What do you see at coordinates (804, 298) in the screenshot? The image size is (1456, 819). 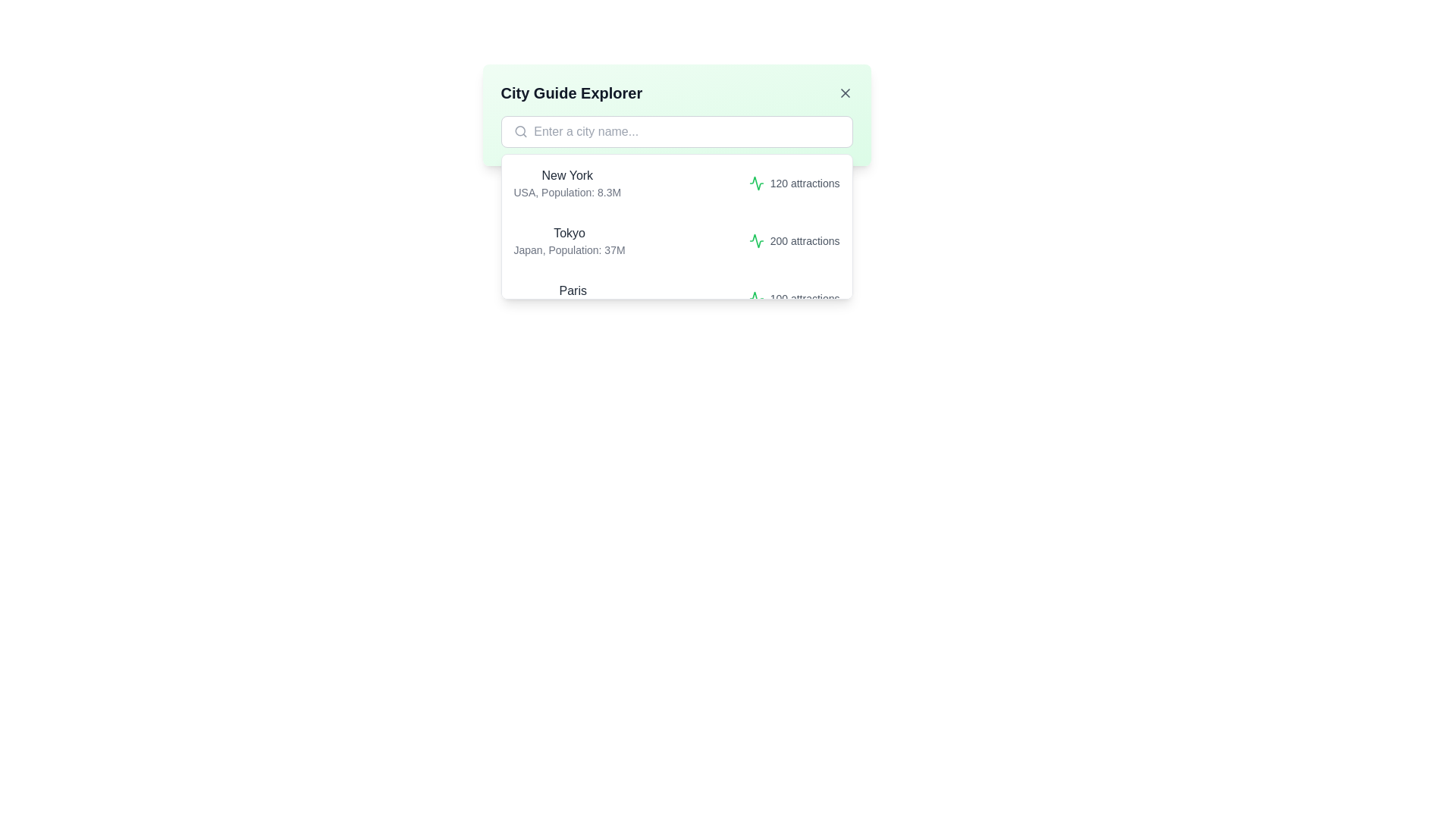 I see `information provided by the text label indicating the total number of attractions available in the city 'Paris', which is located at the far right of the dropdown menu item associated with 'Paris'` at bounding box center [804, 298].